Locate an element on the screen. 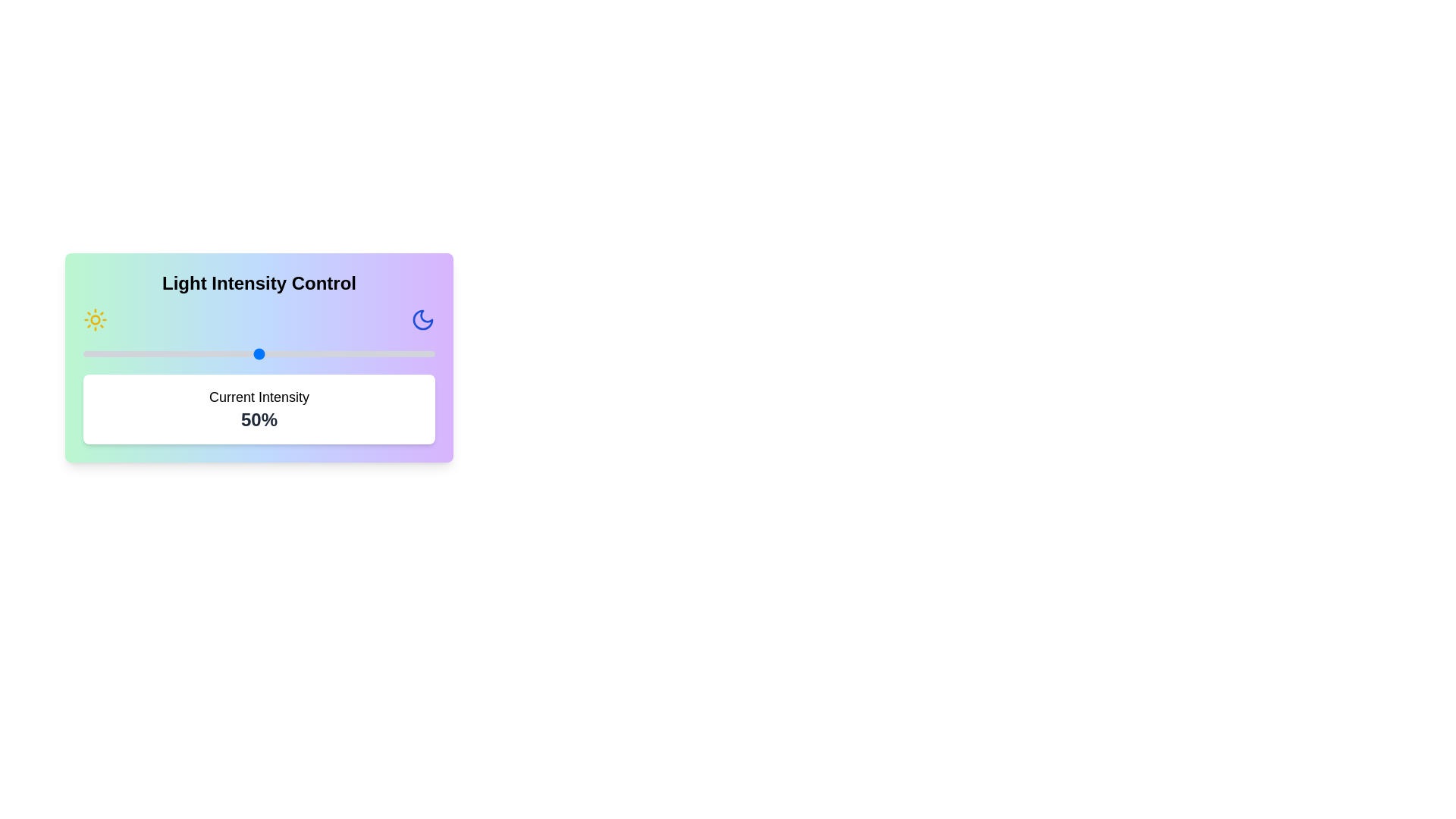  the light intensity is located at coordinates (188, 353).